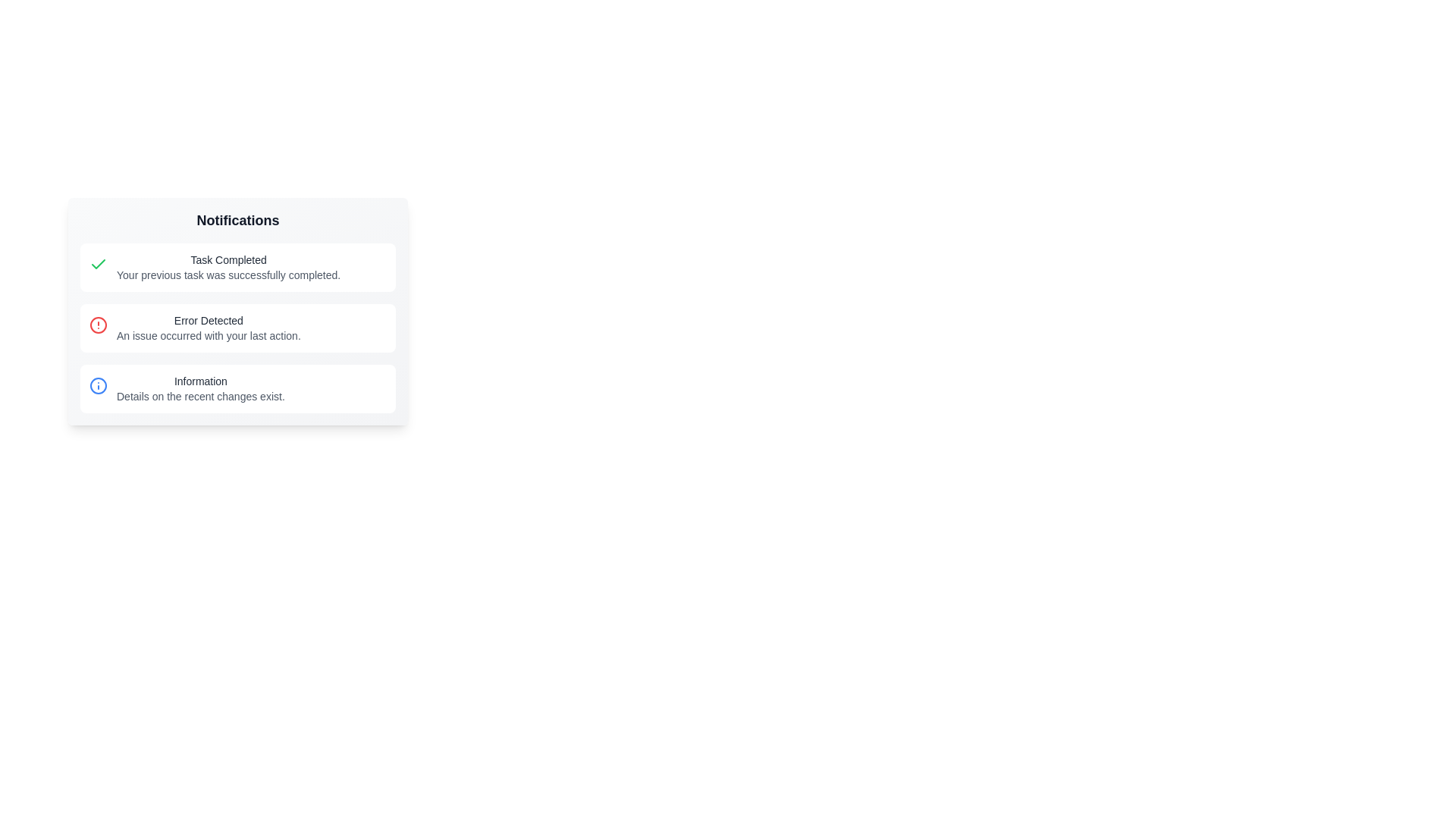 The height and width of the screenshot is (819, 1456). What do you see at coordinates (227, 267) in the screenshot?
I see `the notification label that indicates 'Task Completed' with a green check icon, which is positioned below the 'Notifications' header` at bounding box center [227, 267].